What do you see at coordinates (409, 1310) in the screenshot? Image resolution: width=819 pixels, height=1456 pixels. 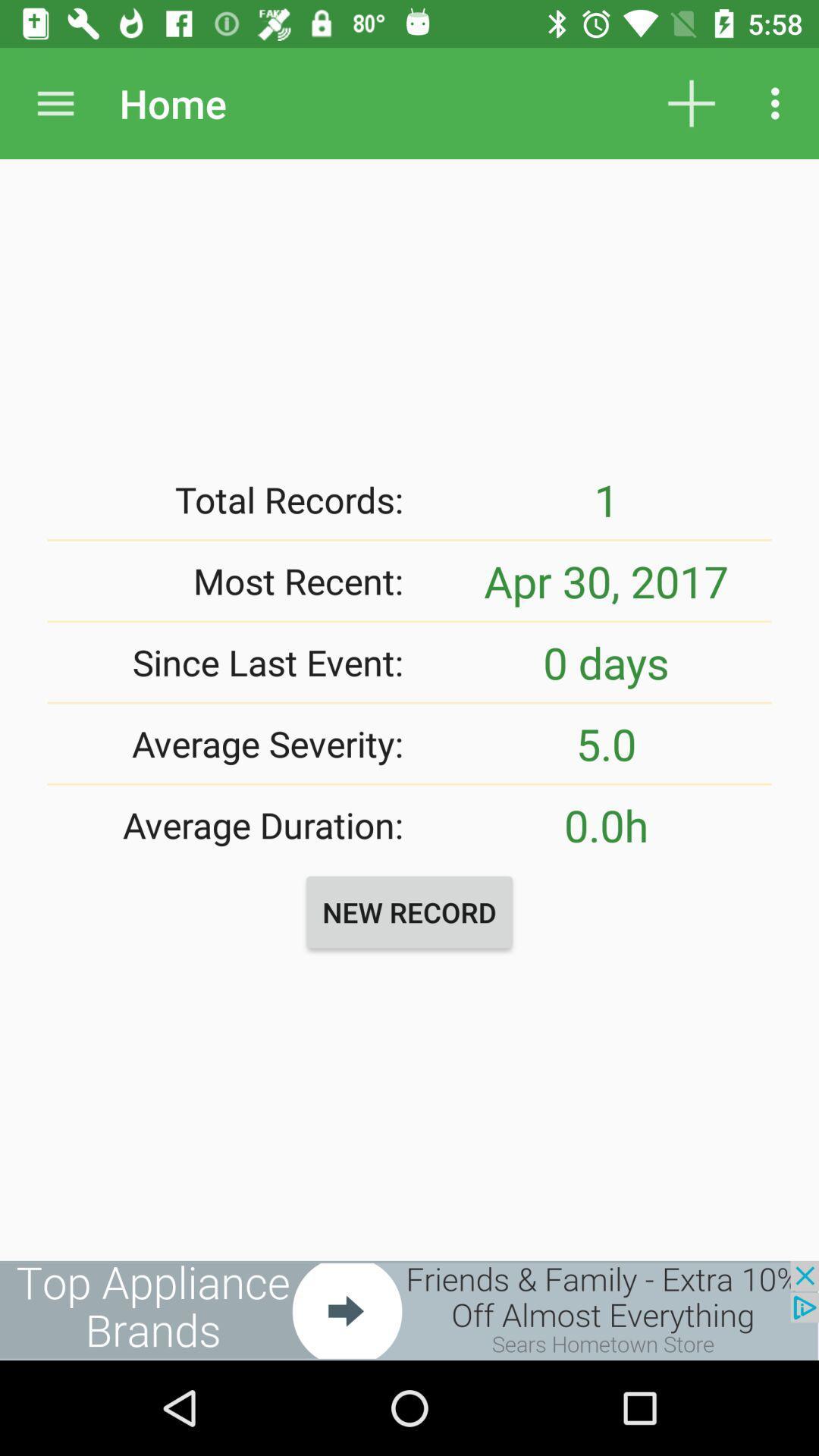 I see `see the advertisement` at bounding box center [409, 1310].